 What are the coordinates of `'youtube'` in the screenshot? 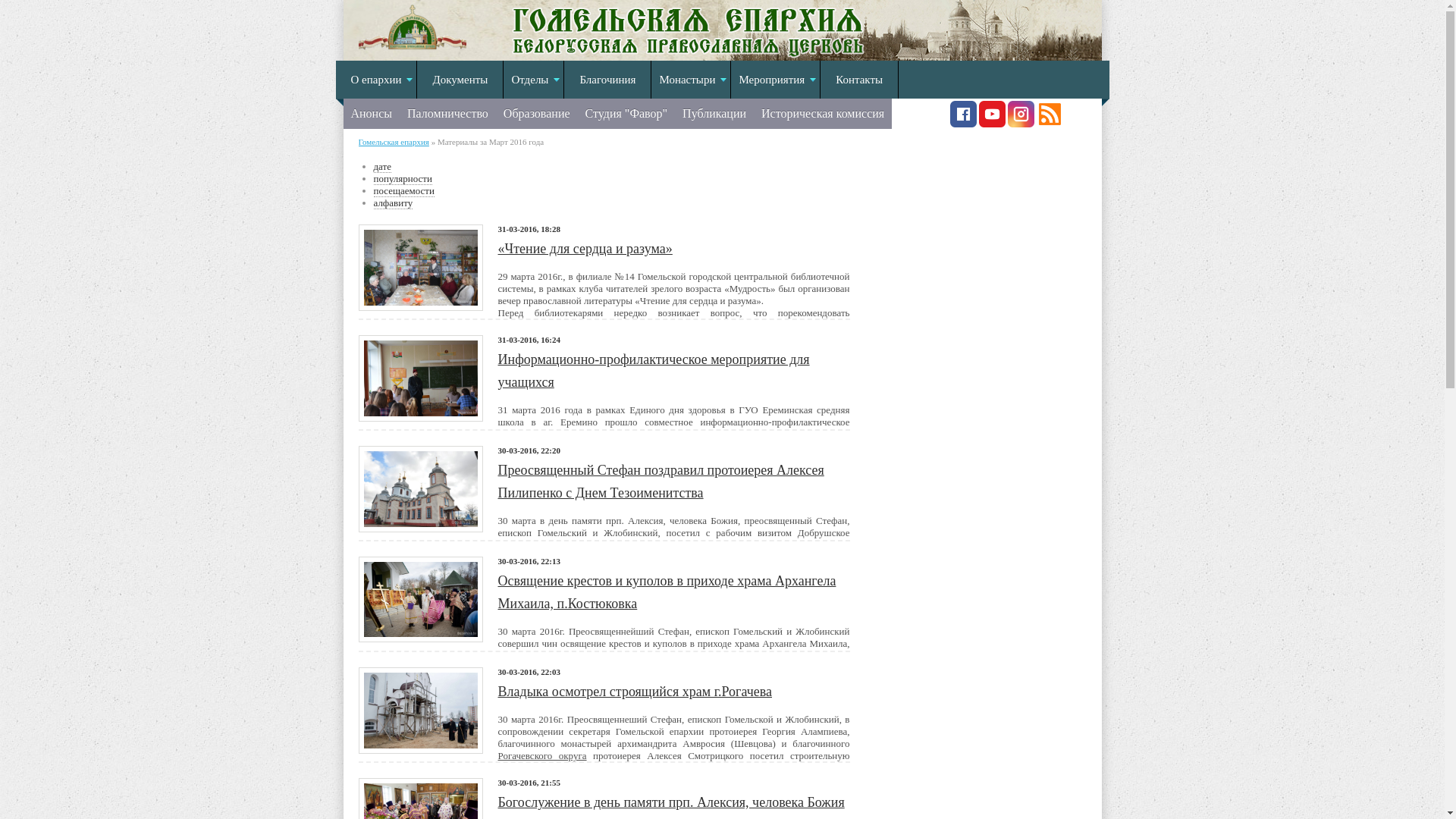 It's located at (992, 123).